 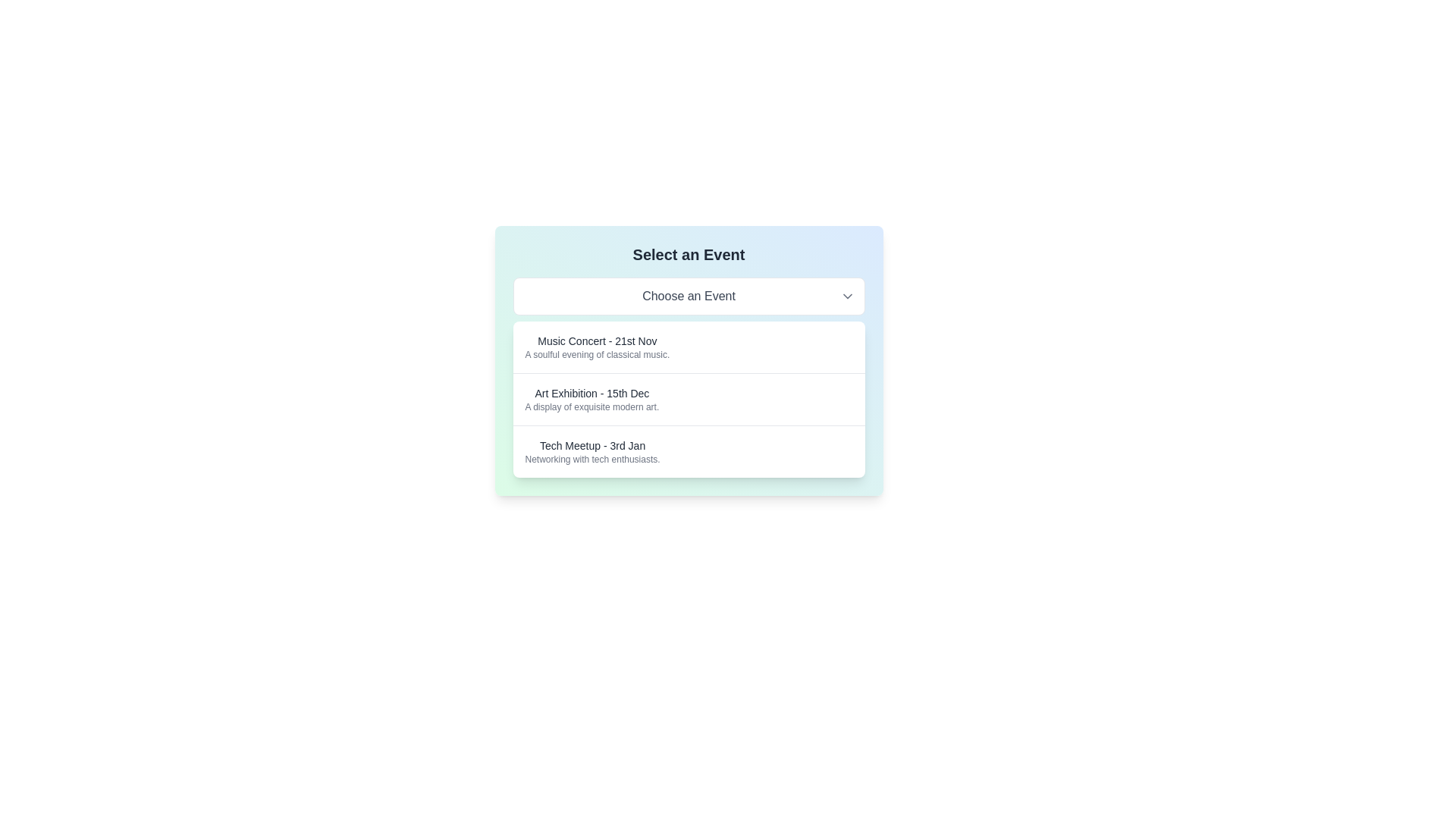 I want to click on the card-like display element reading 'Music Concert - 21st Nov', so click(x=688, y=360).